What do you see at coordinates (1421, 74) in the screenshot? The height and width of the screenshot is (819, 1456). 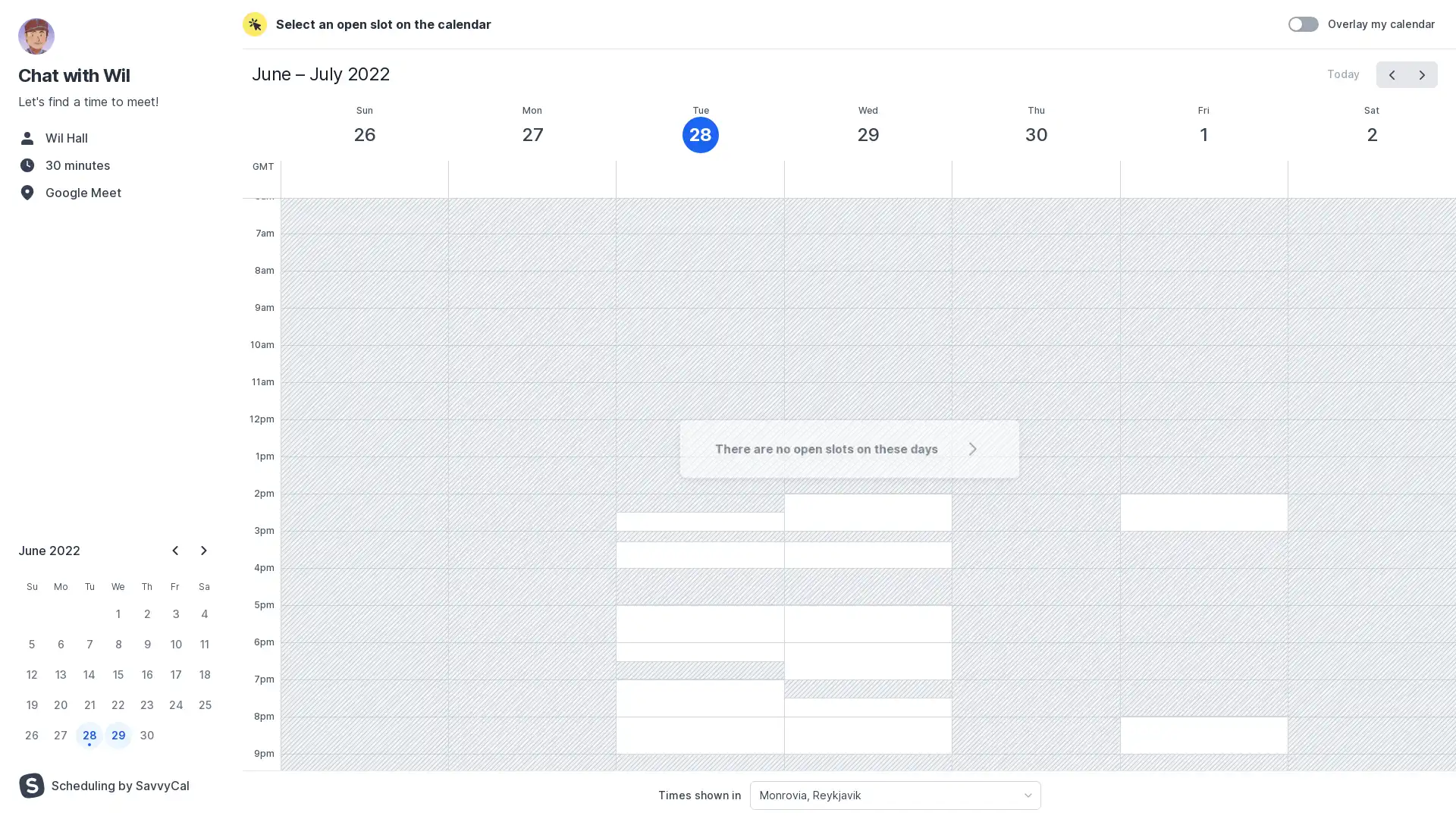 I see `next` at bounding box center [1421, 74].